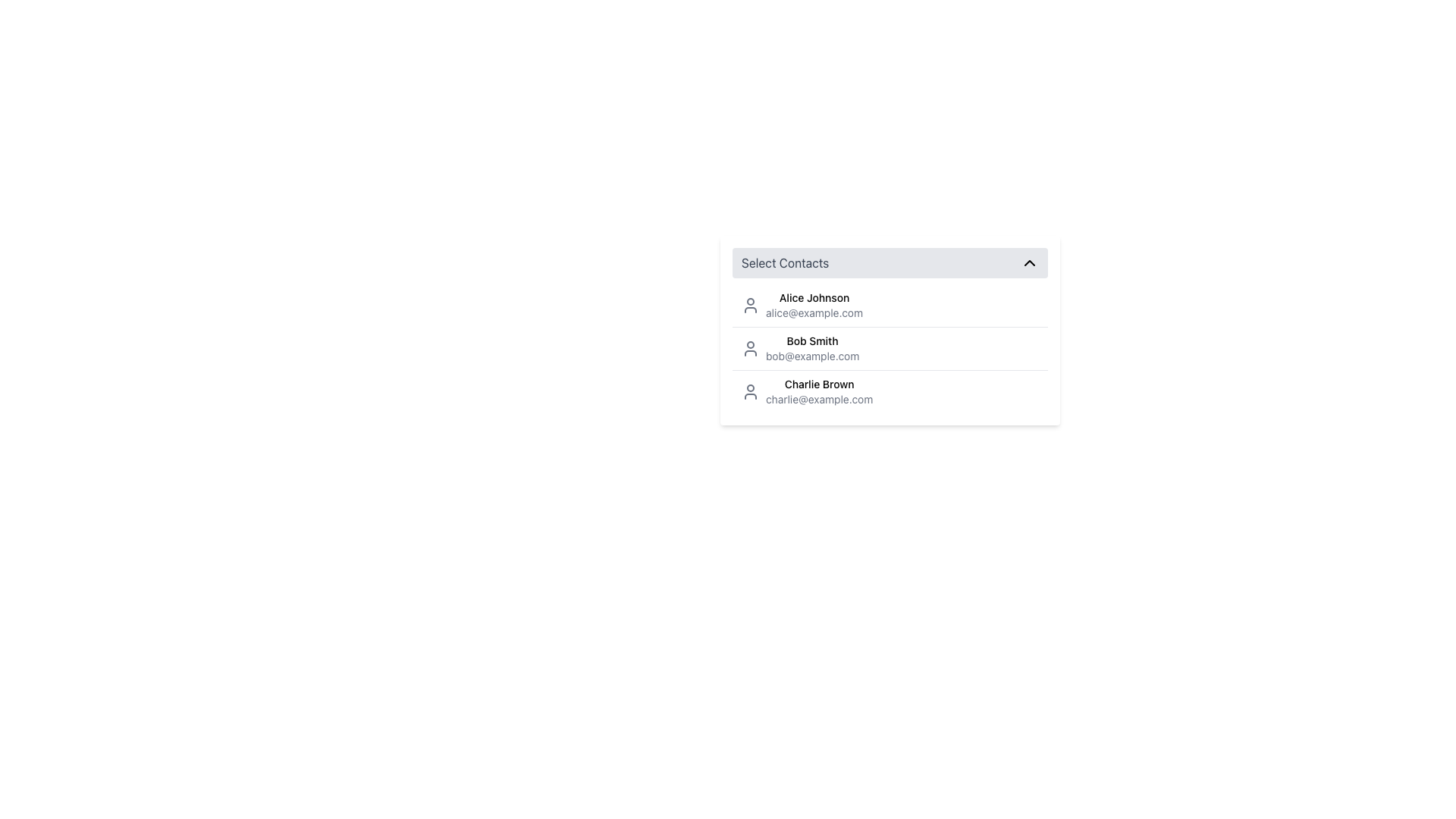  I want to click on the second contact list item displaying 'Bob Smith' and 'bob@example.com', so click(890, 348).